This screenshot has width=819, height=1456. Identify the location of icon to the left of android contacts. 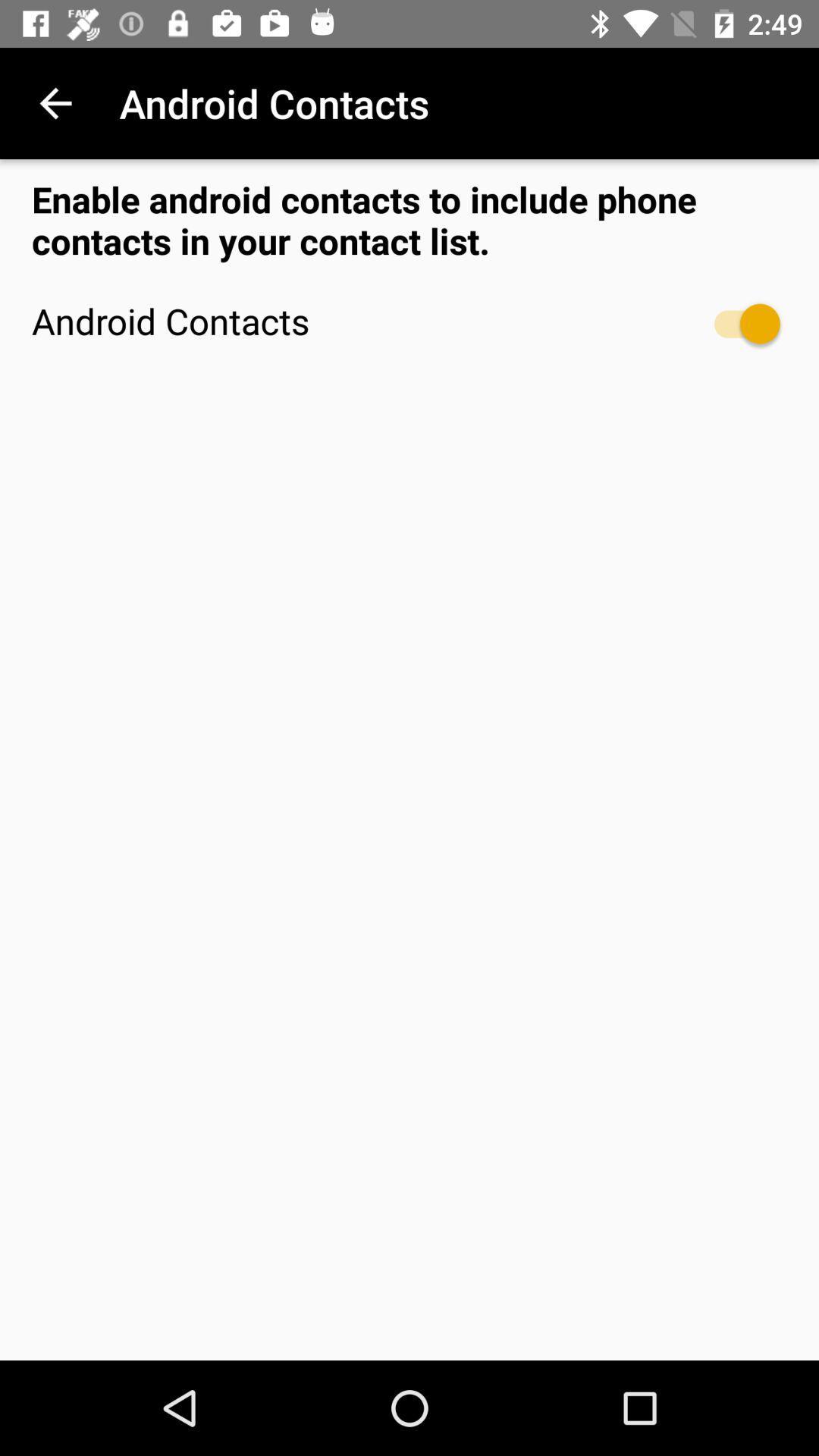
(55, 102).